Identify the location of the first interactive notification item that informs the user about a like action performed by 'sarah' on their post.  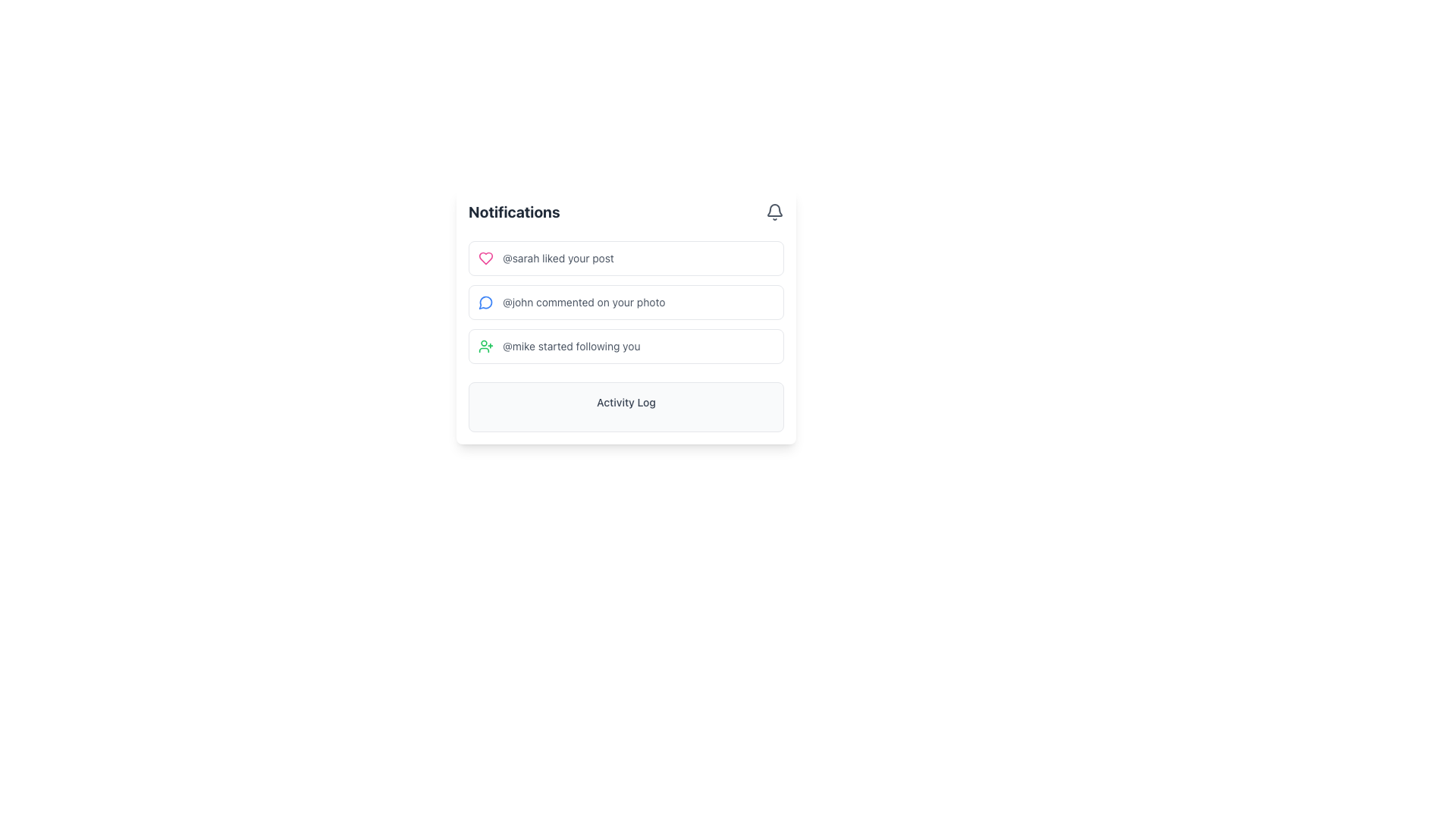
(626, 257).